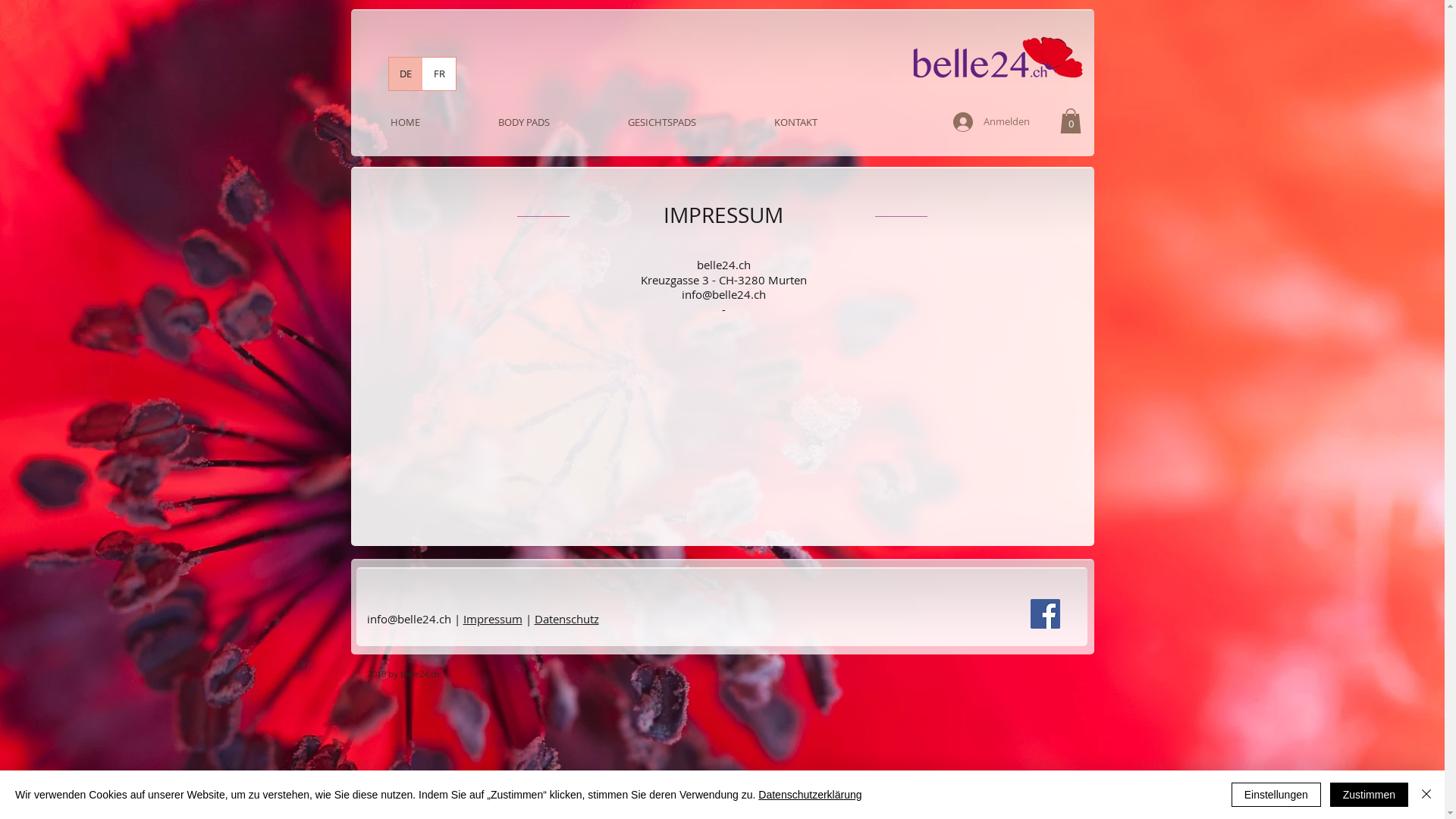 Image resolution: width=1456 pixels, height=819 pixels. I want to click on 'Impressum', so click(491, 619).